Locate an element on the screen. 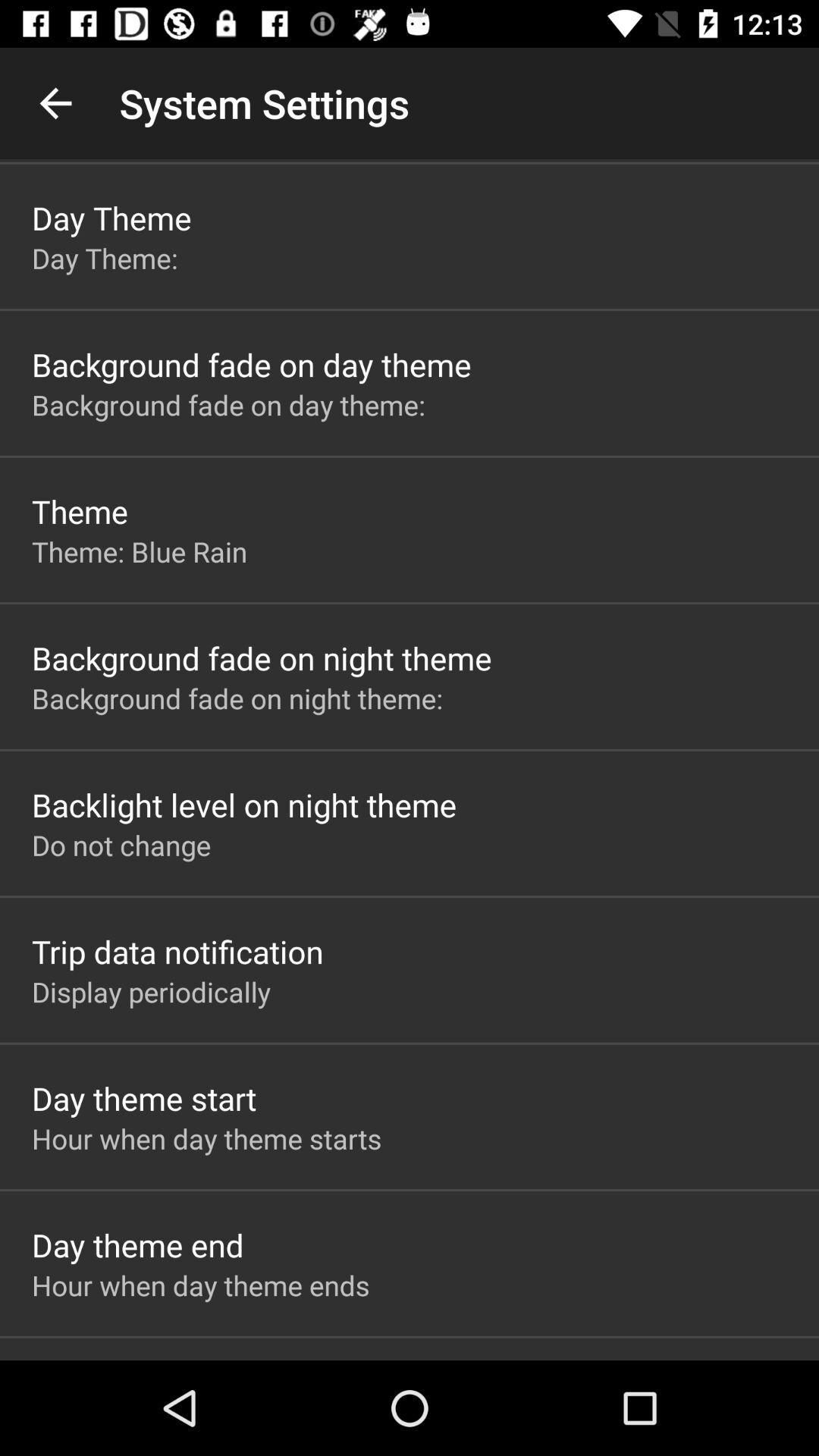 Image resolution: width=819 pixels, height=1456 pixels. the app below backlight level on app is located at coordinates (121, 844).